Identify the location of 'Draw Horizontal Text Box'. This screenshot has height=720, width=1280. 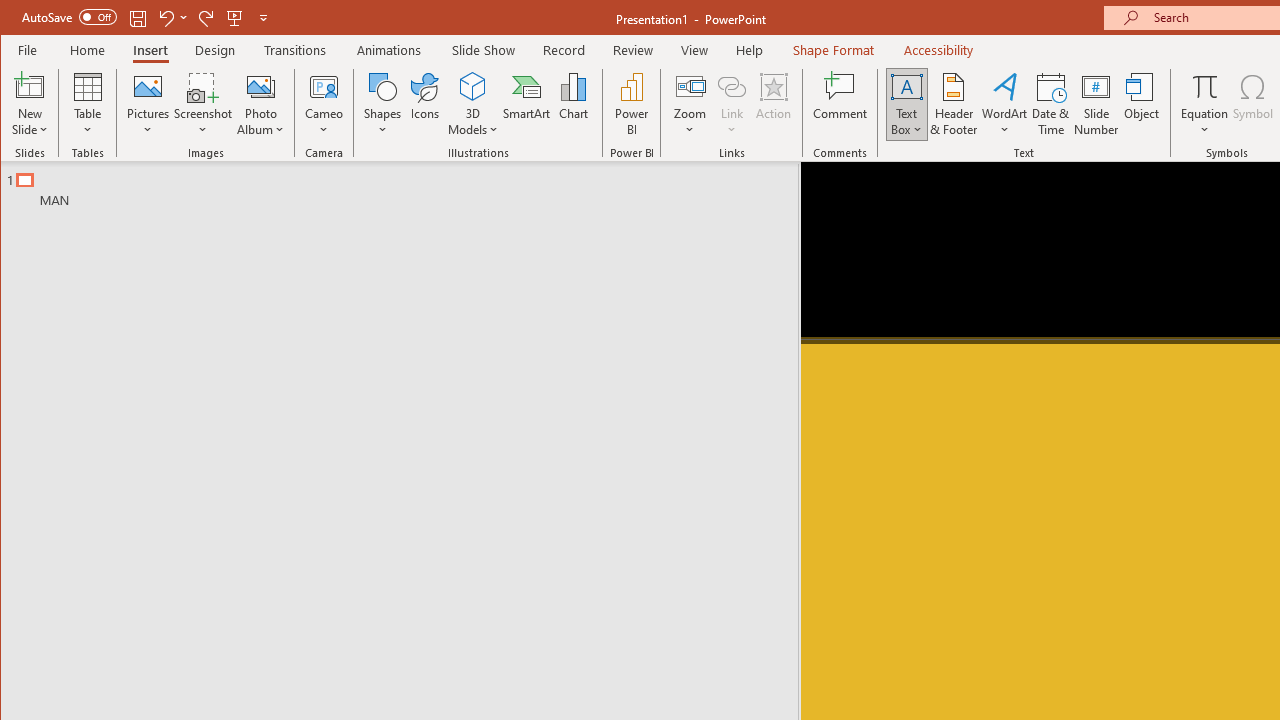
(905, 85).